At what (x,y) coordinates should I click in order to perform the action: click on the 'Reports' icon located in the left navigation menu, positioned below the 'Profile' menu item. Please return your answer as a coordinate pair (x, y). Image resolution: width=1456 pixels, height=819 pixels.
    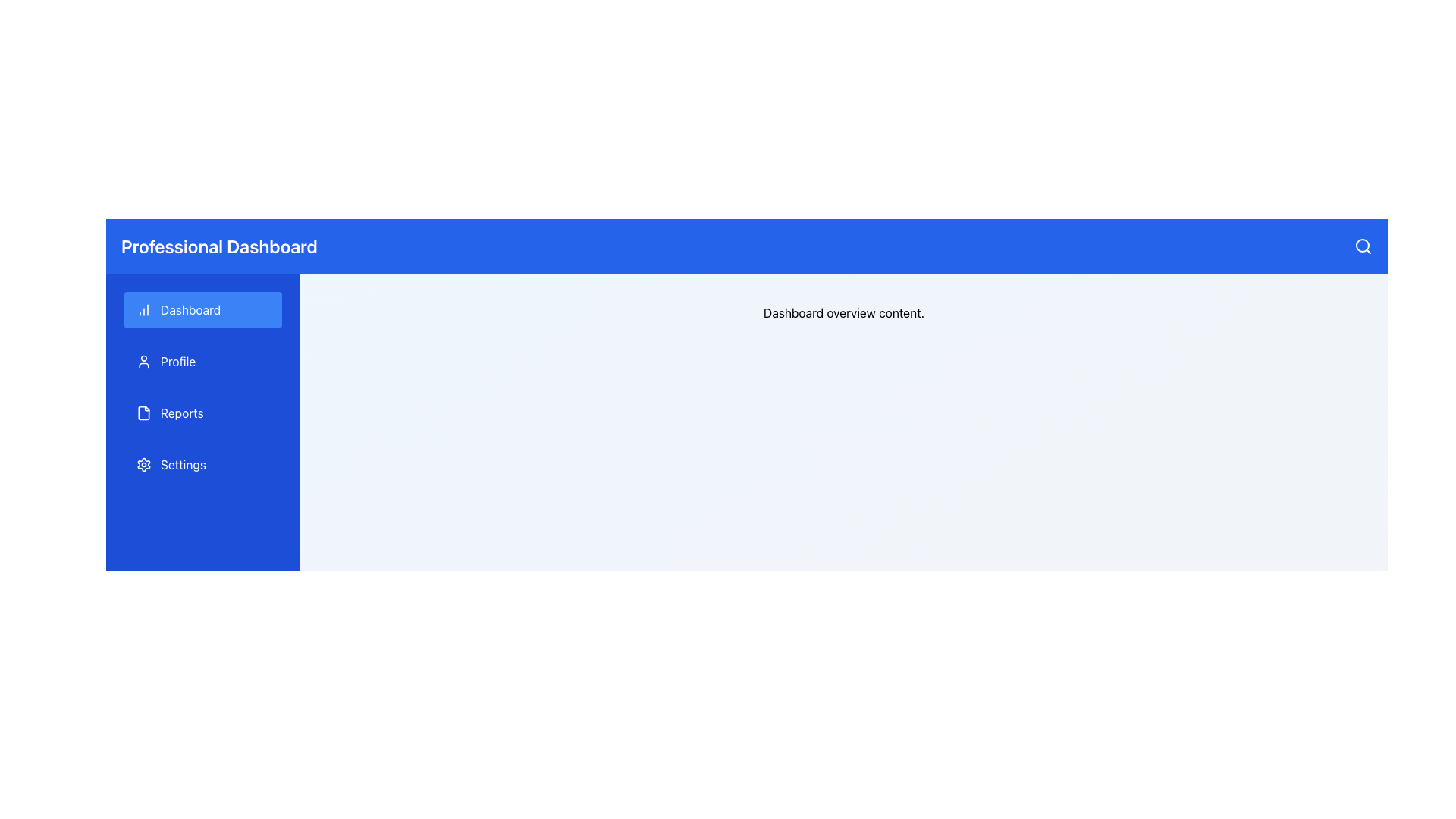
    Looking at the image, I should click on (144, 413).